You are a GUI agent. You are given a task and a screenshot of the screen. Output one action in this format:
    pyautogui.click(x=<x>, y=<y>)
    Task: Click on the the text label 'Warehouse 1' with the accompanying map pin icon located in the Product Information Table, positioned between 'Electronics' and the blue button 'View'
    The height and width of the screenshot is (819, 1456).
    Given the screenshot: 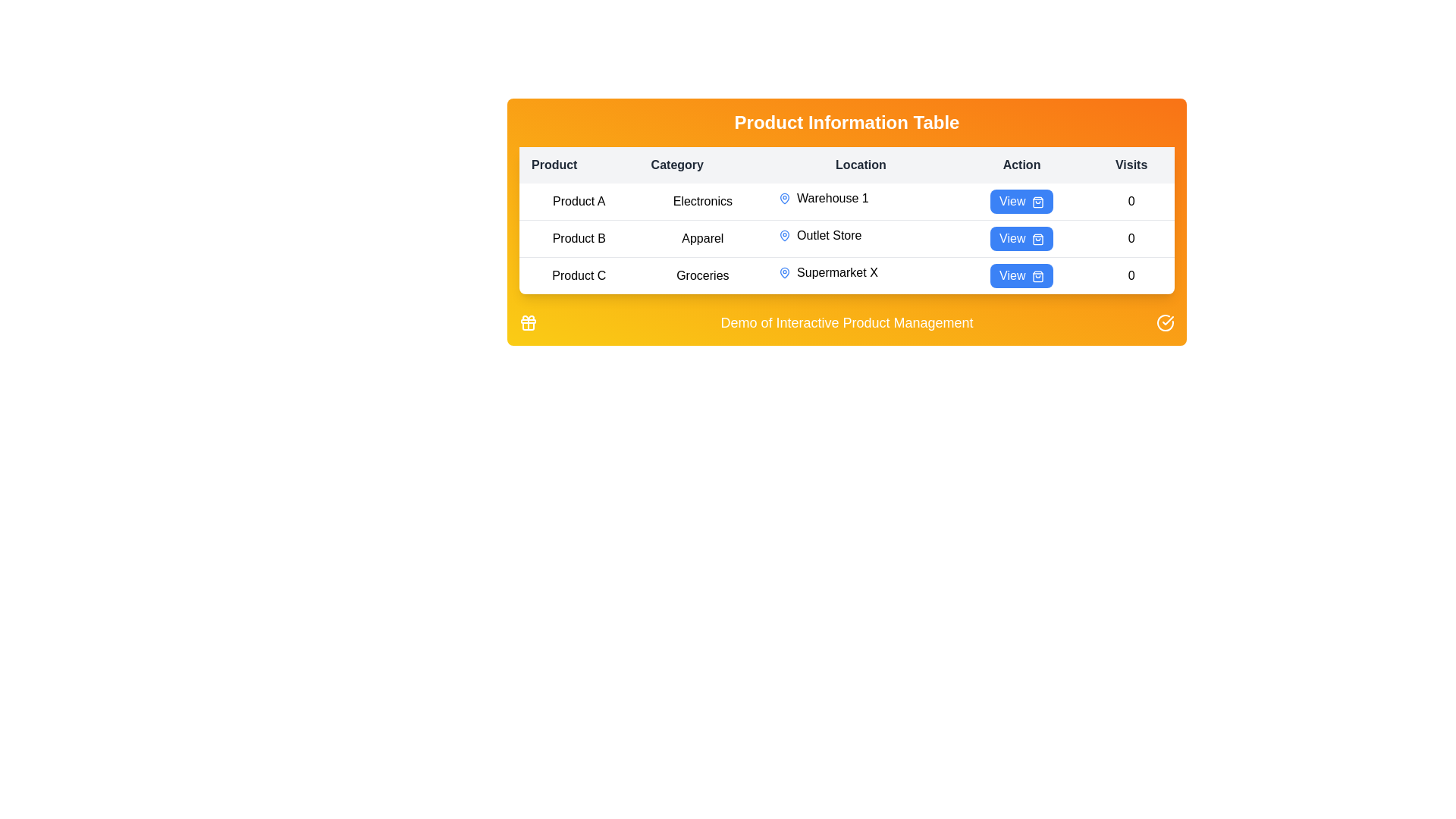 What is the action you would take?
    pyautogui.click(x=861, y=198)
    